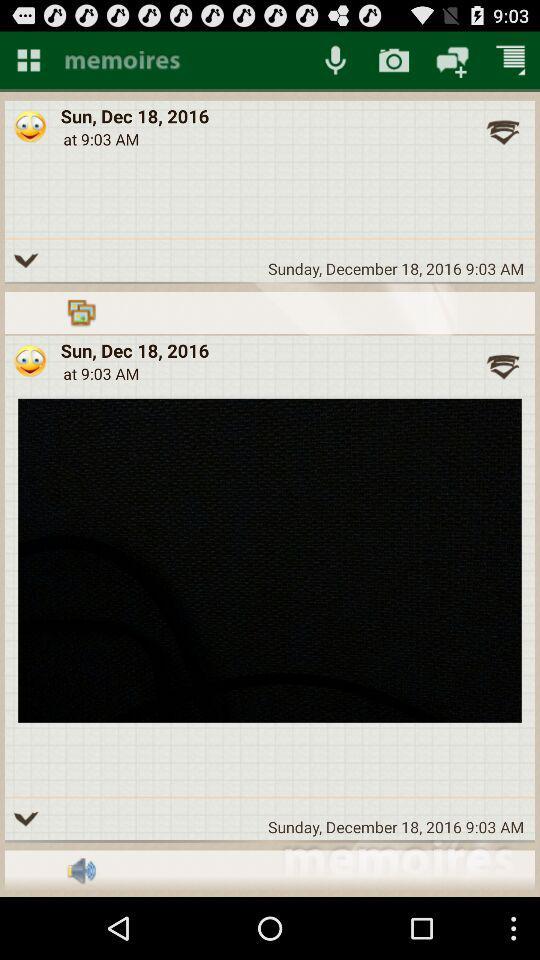 The height and width of the screenshot is (960, 540). Describe the element at coordinates (27, 64) in the screenshot. I see `the dashboard icon` at that location.